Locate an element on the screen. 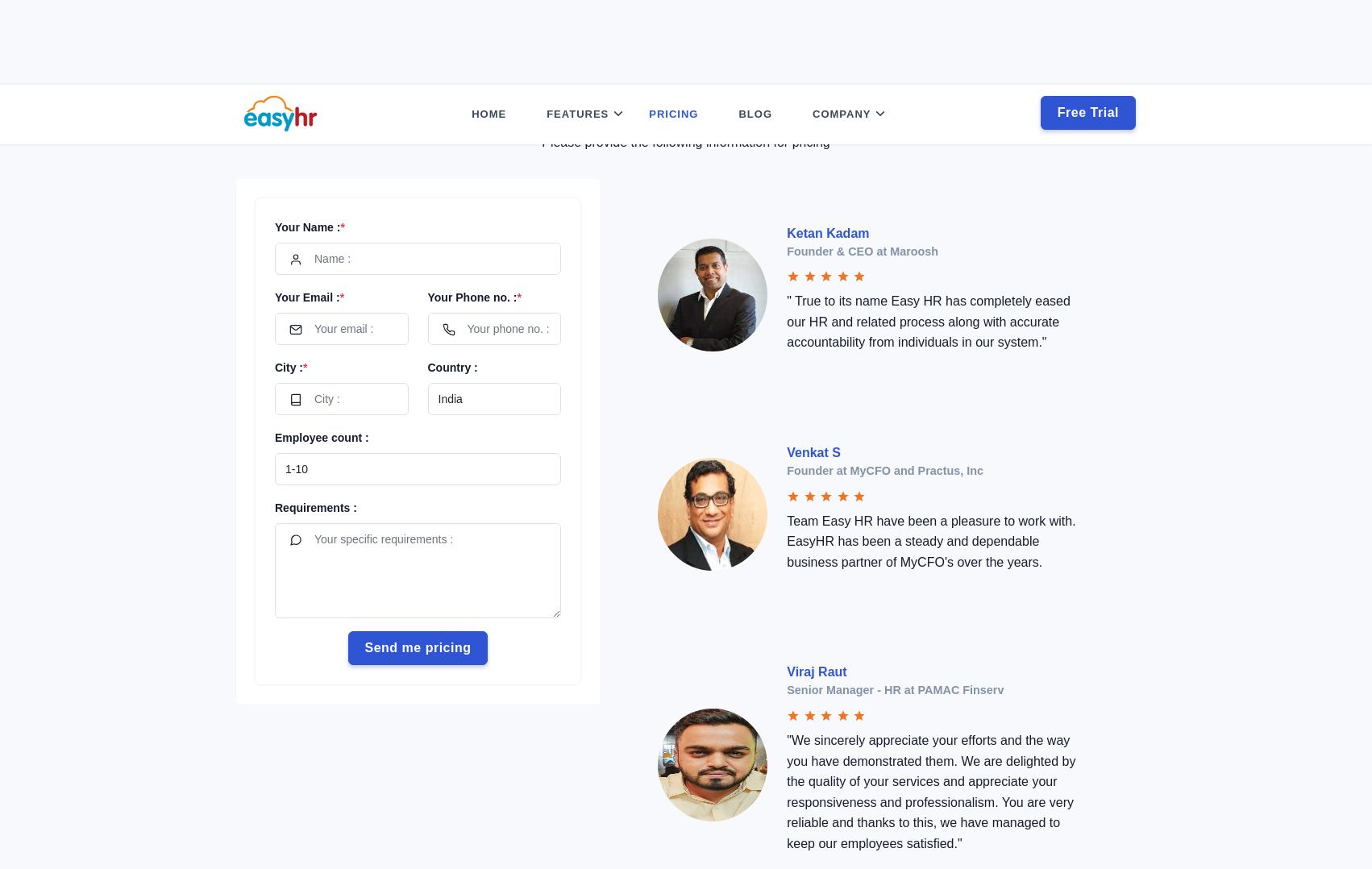  'Employee count :' is located at coordinates (275, 352).